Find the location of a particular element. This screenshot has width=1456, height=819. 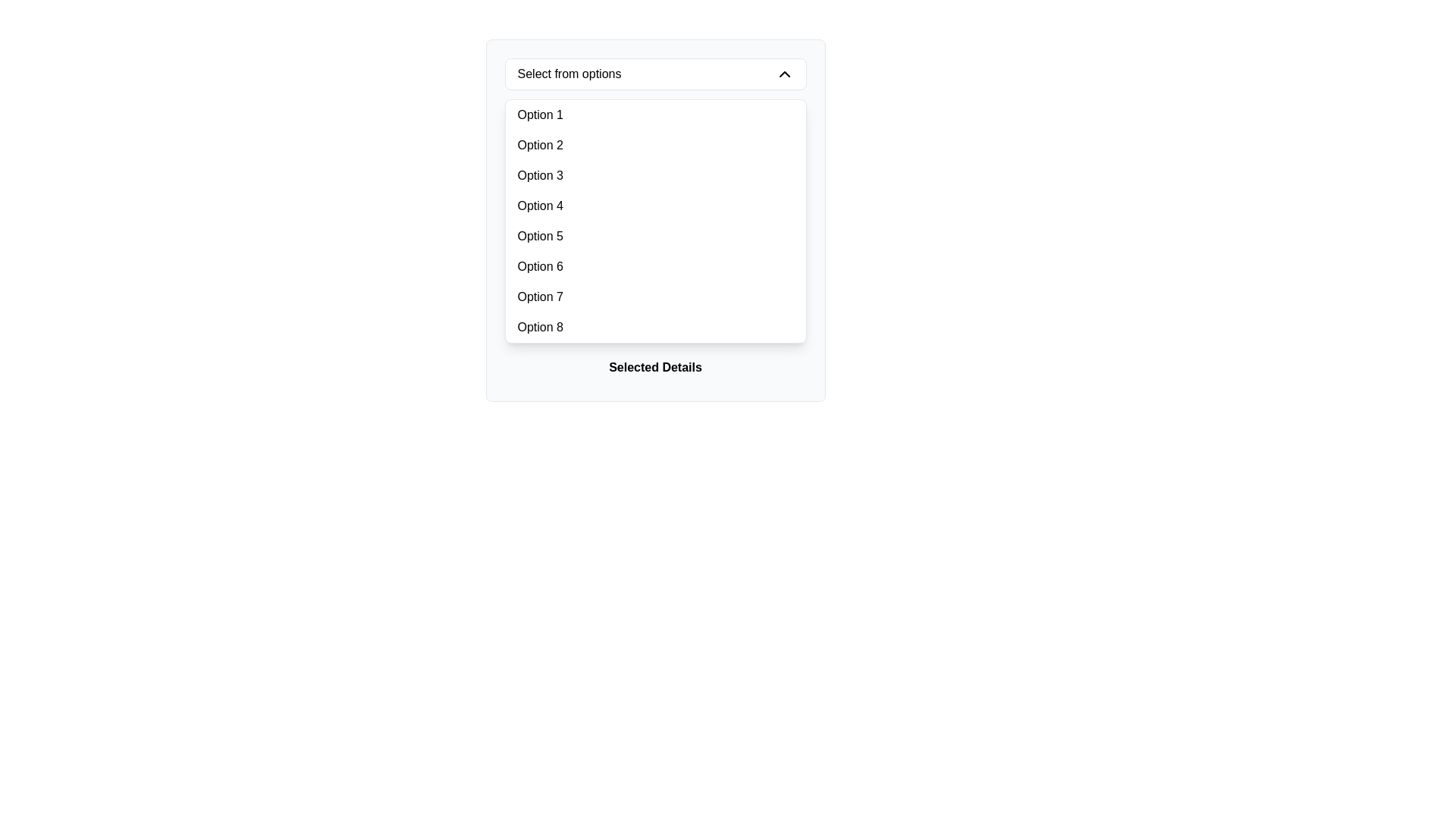

the 'Option 7' in the dropdown menu is located at coordinates (540, 297).